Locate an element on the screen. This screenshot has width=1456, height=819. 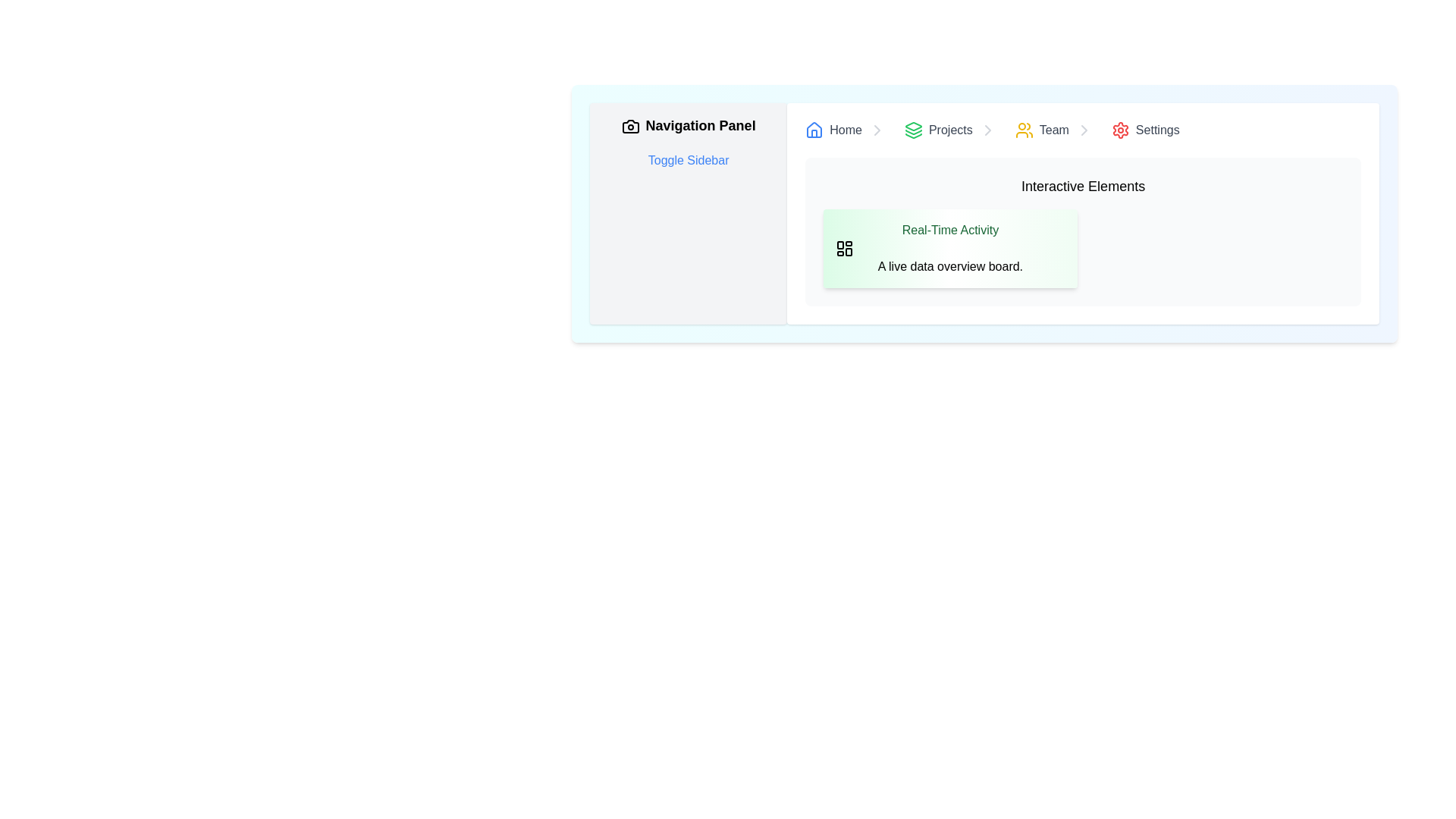
the interactive navigation link located in the navigation bar between the 'Projects' menu item and a right arrow icon is located at coordinates (1041, 130).